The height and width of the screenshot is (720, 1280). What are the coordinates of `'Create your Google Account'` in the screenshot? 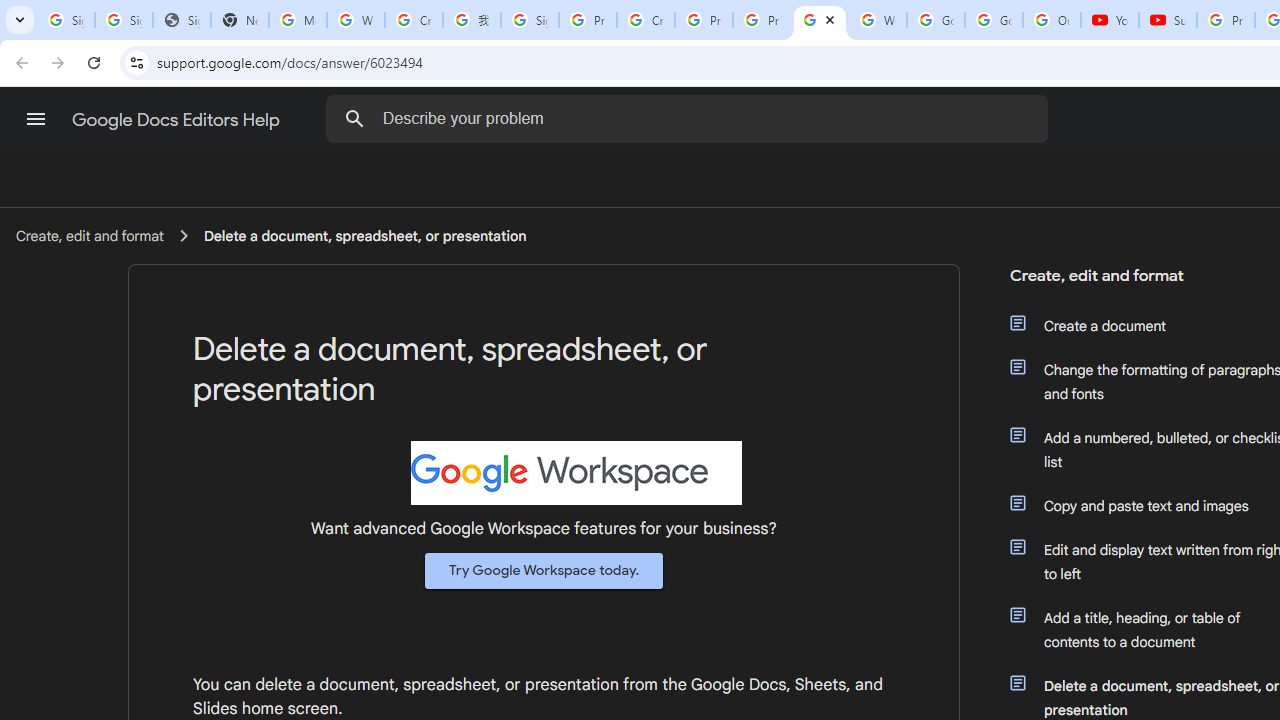 It's located at (413, 20).